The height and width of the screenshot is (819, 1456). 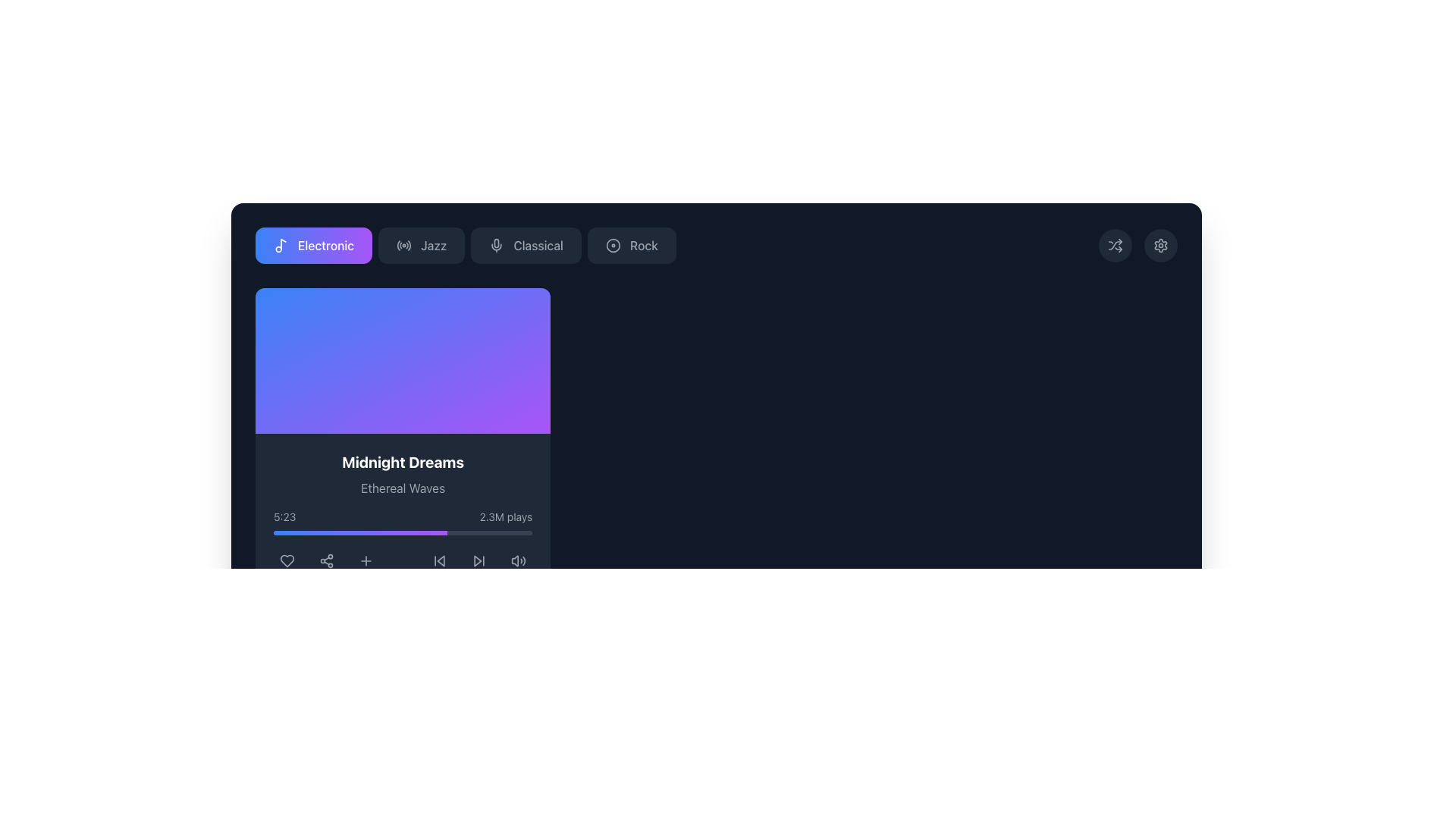 What do you see at coordinates (326, 561) in the screenshot?
I see `the share icon, which is a minimalistic gray button resembling a triangular share symbol, centrally positioned in the horizontal menu at the bottom of the media playback card` at bounding box center [326, 561].